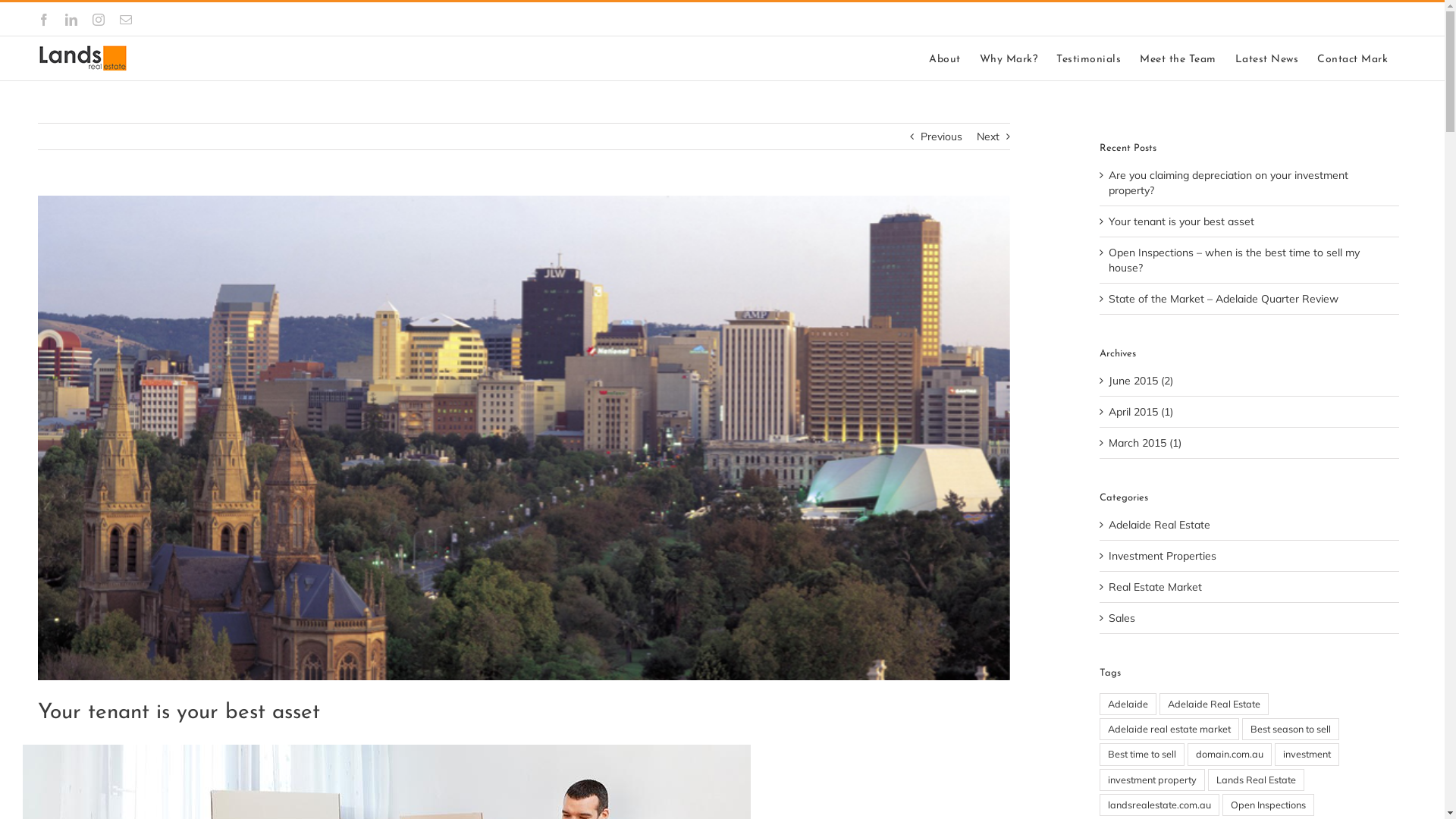 The width and height of the screenshot is (1456, 819). I want to click on 'About', so click(944, 58).